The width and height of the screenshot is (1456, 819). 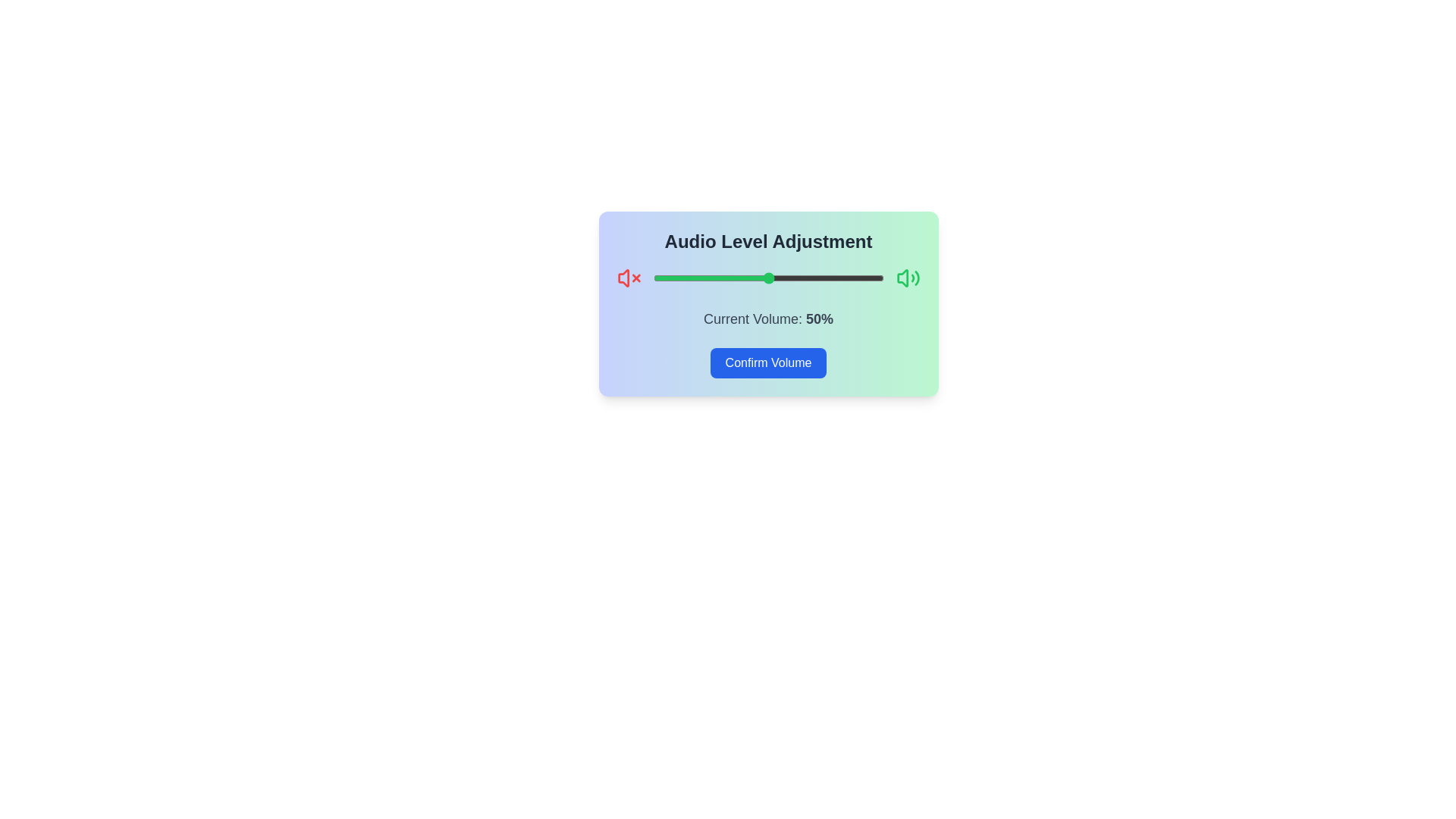 I want to click on 'Confirm Volume' button to confirm the current volume setting, so click(x=768, y=362).